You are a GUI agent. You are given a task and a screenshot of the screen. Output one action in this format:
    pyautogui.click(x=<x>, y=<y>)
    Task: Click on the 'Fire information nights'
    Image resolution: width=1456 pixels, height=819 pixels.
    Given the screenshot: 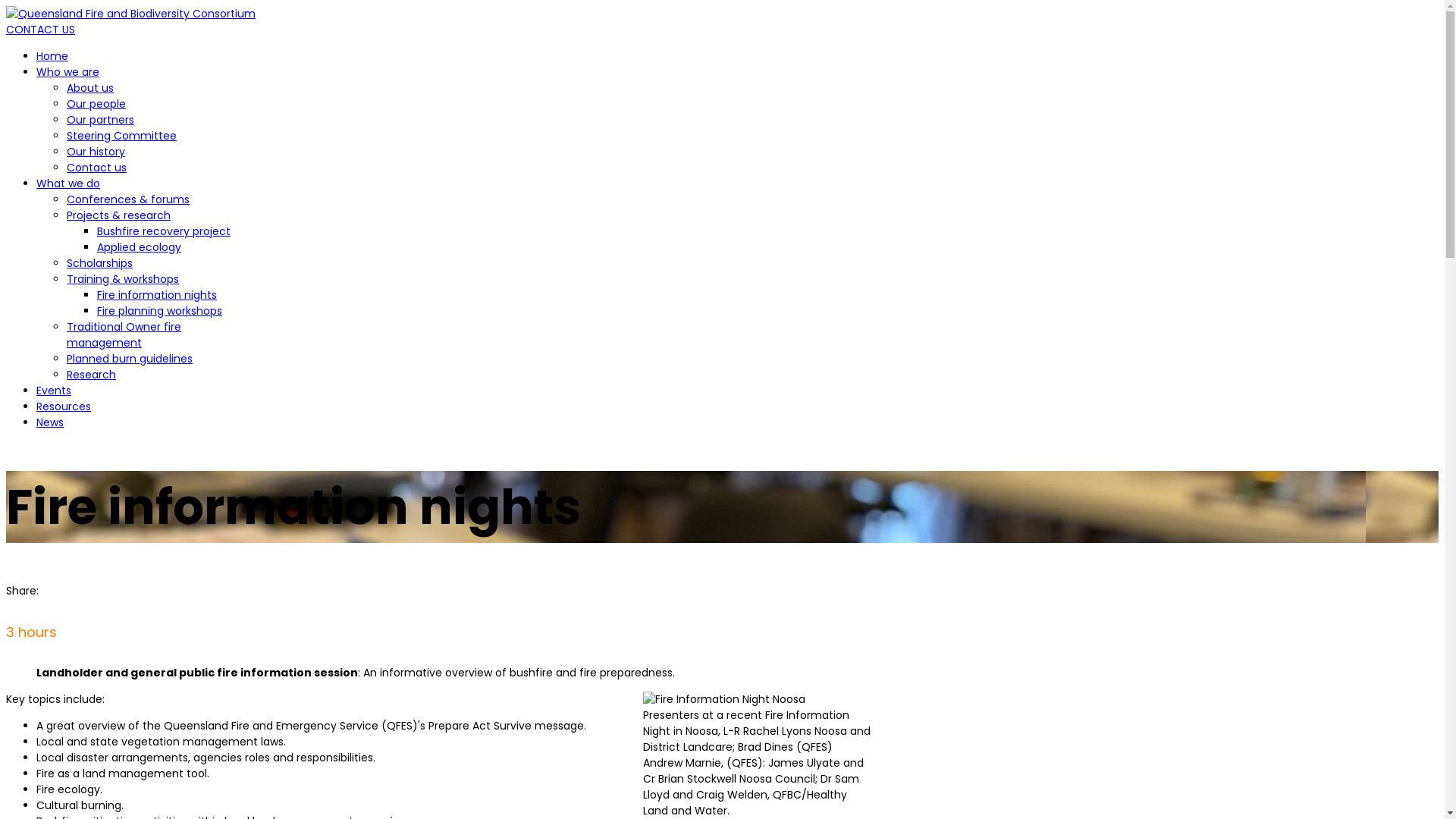 What is the action you would take?
    pyautogui.click(x=156, y=295)
    